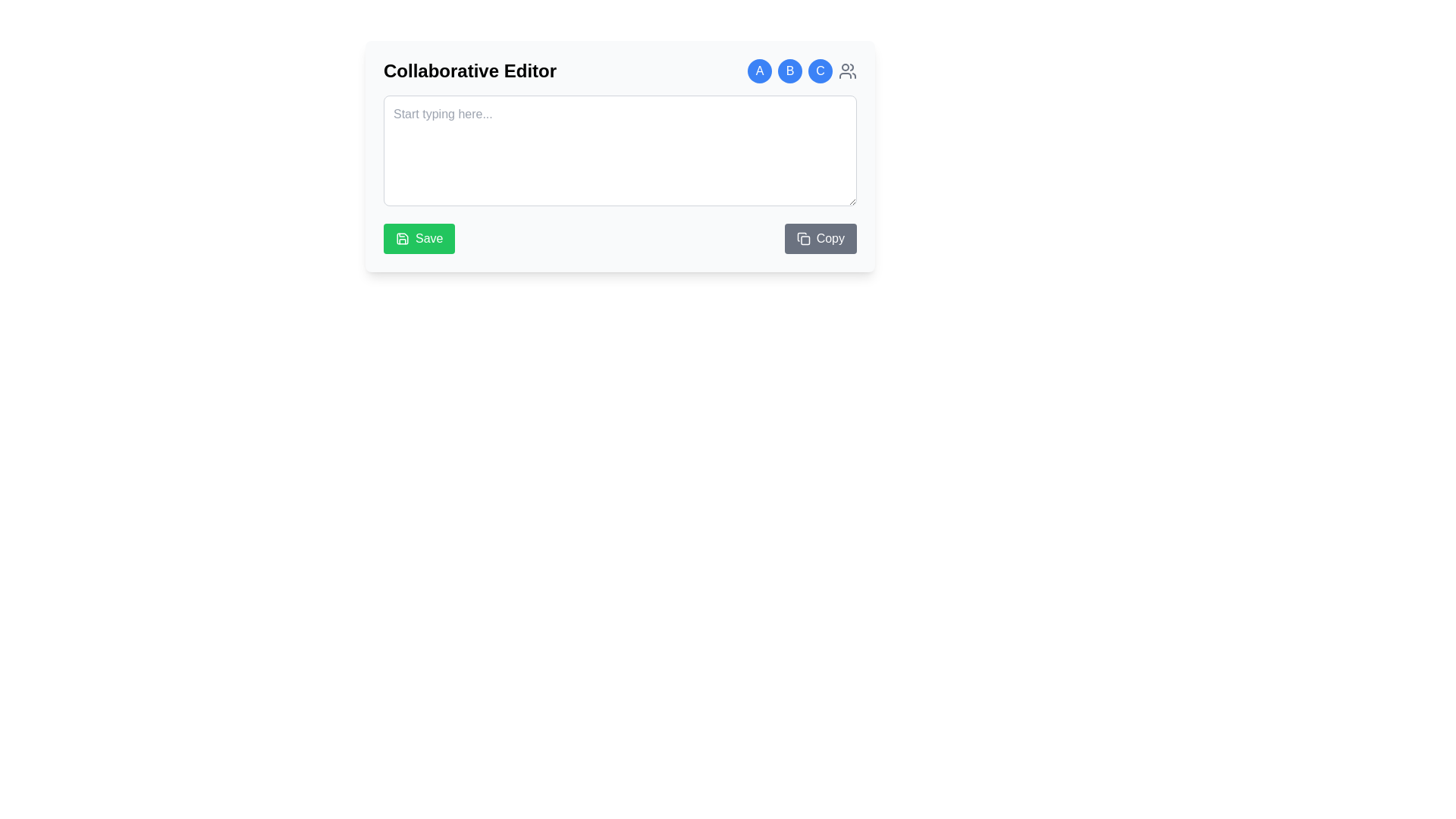 The height and width of the screenshot is (819, 1456). What do you see at coordinates (419, 239) in the screenshot?
I see `the green 'Save' button with rounded corners in the 'Collaborative Editor' interface` at bounding box center [419, 239].